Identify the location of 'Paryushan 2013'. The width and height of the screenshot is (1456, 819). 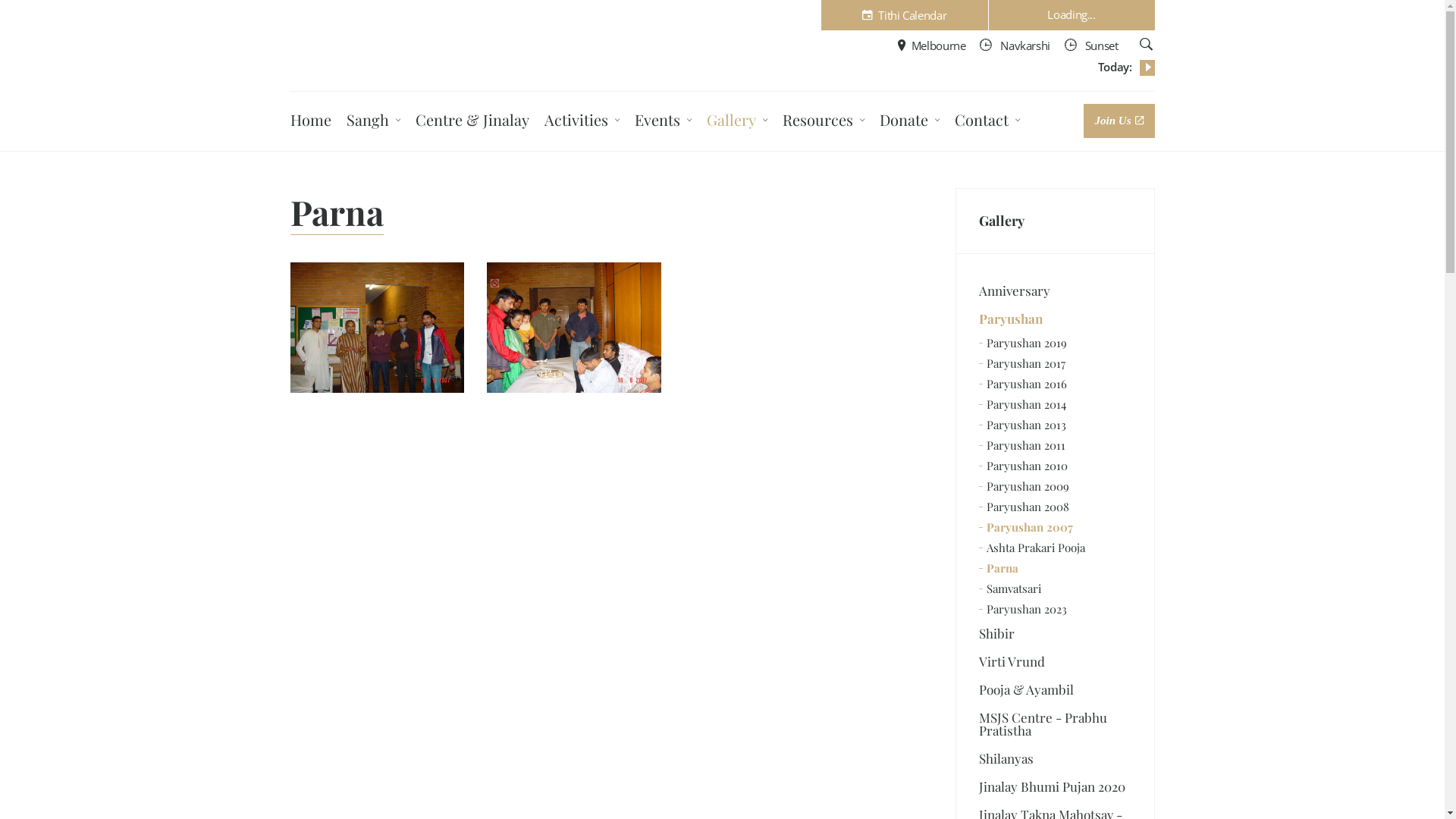
(1054, 425).